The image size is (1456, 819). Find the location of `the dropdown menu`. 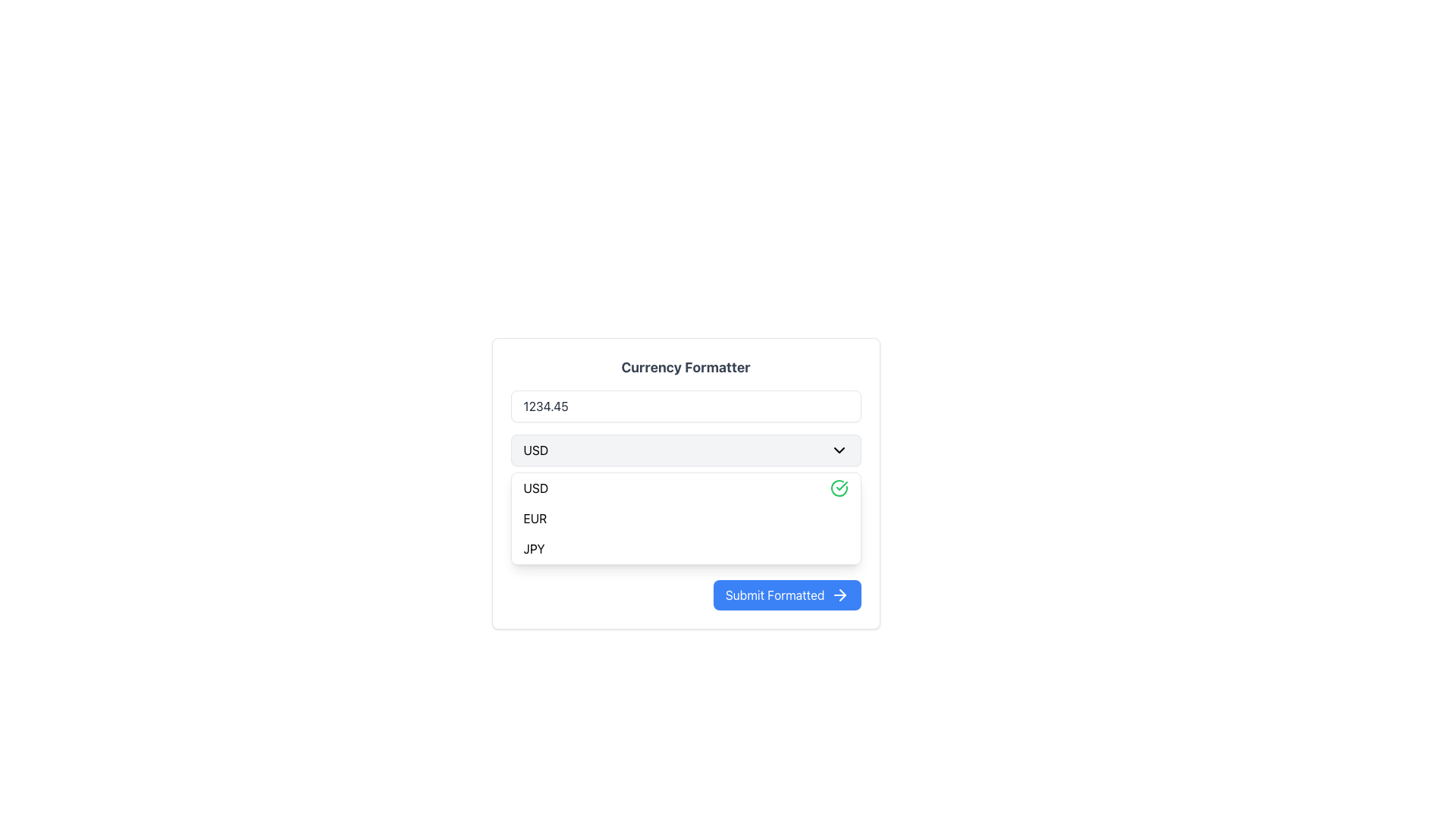

the dropdown menu is located at coordinates (685, 483).